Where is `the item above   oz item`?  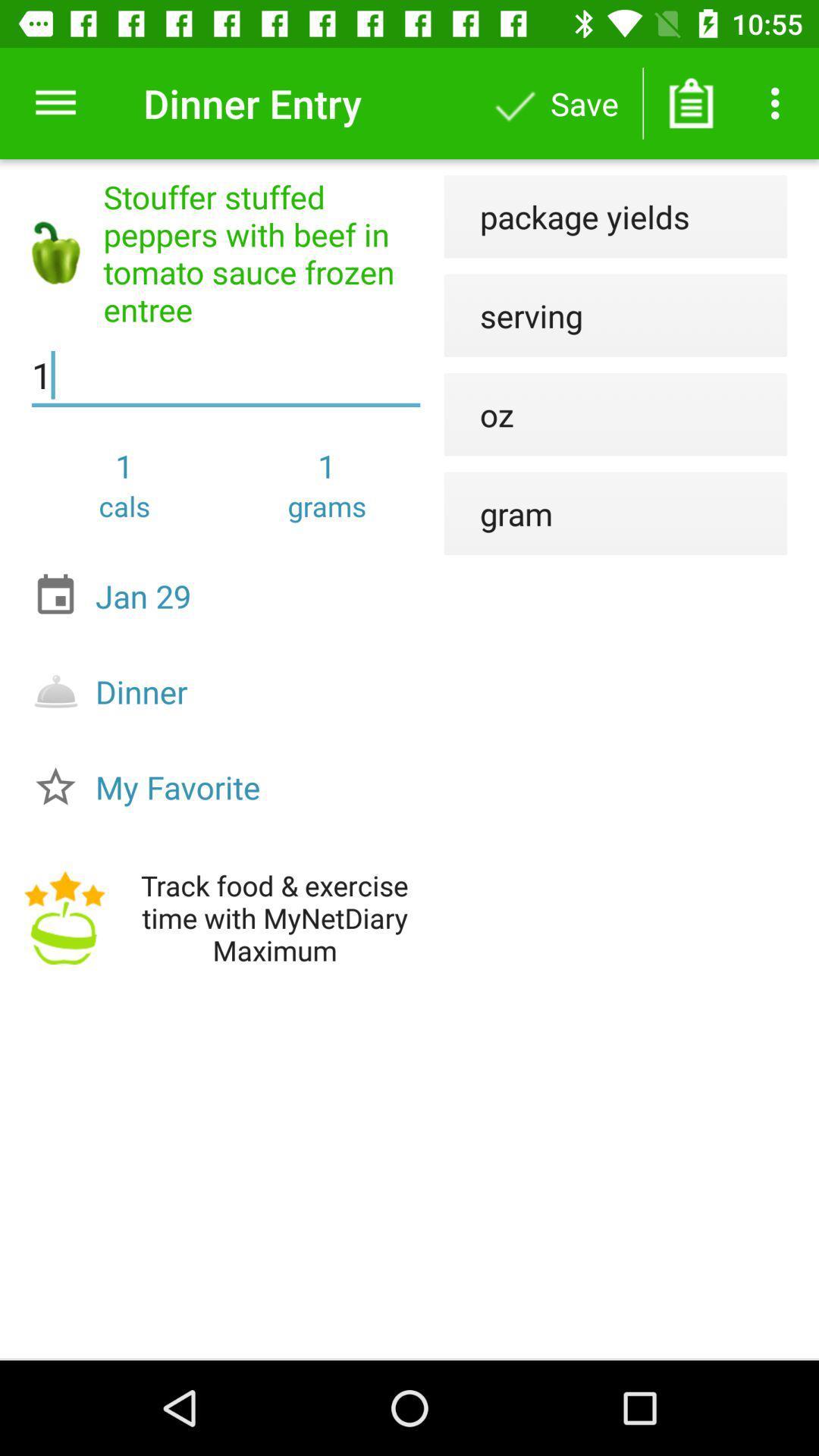
the item above   oz item is located at coordinates (513, 315).